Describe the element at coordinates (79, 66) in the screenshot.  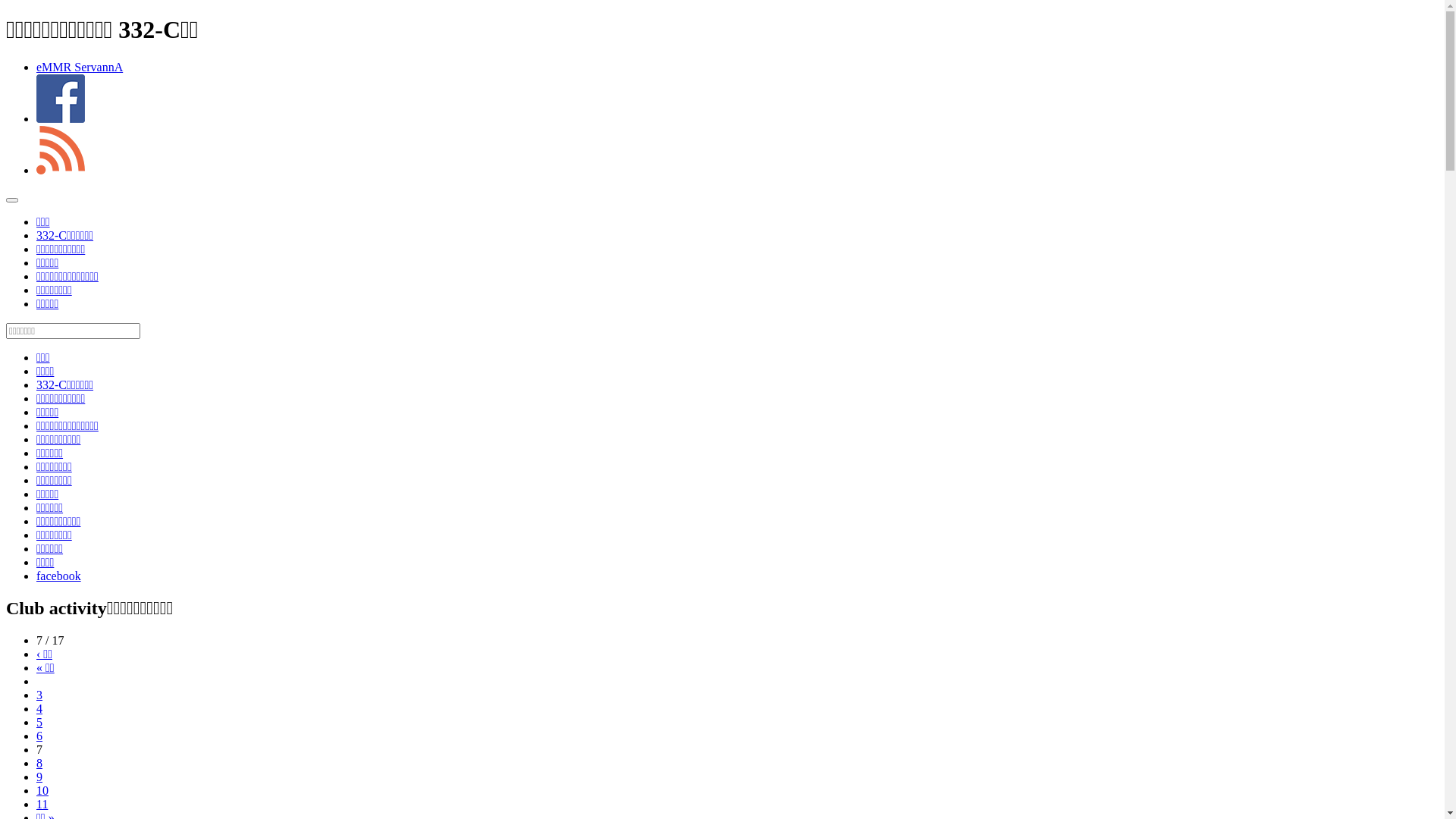
I see `'eMMR ServannA'` at that location.